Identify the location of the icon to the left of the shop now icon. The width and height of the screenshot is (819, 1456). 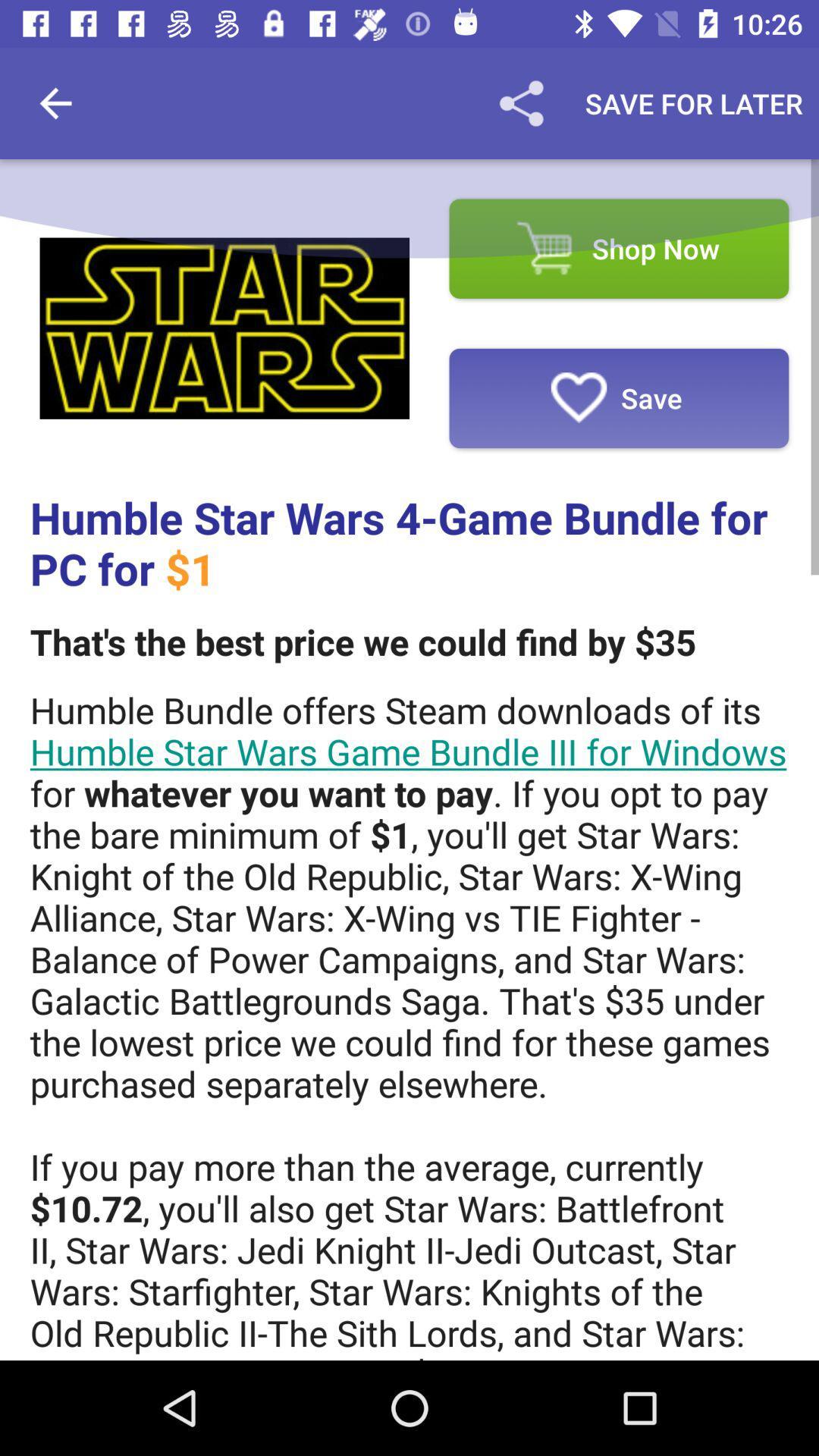
(224, 328).